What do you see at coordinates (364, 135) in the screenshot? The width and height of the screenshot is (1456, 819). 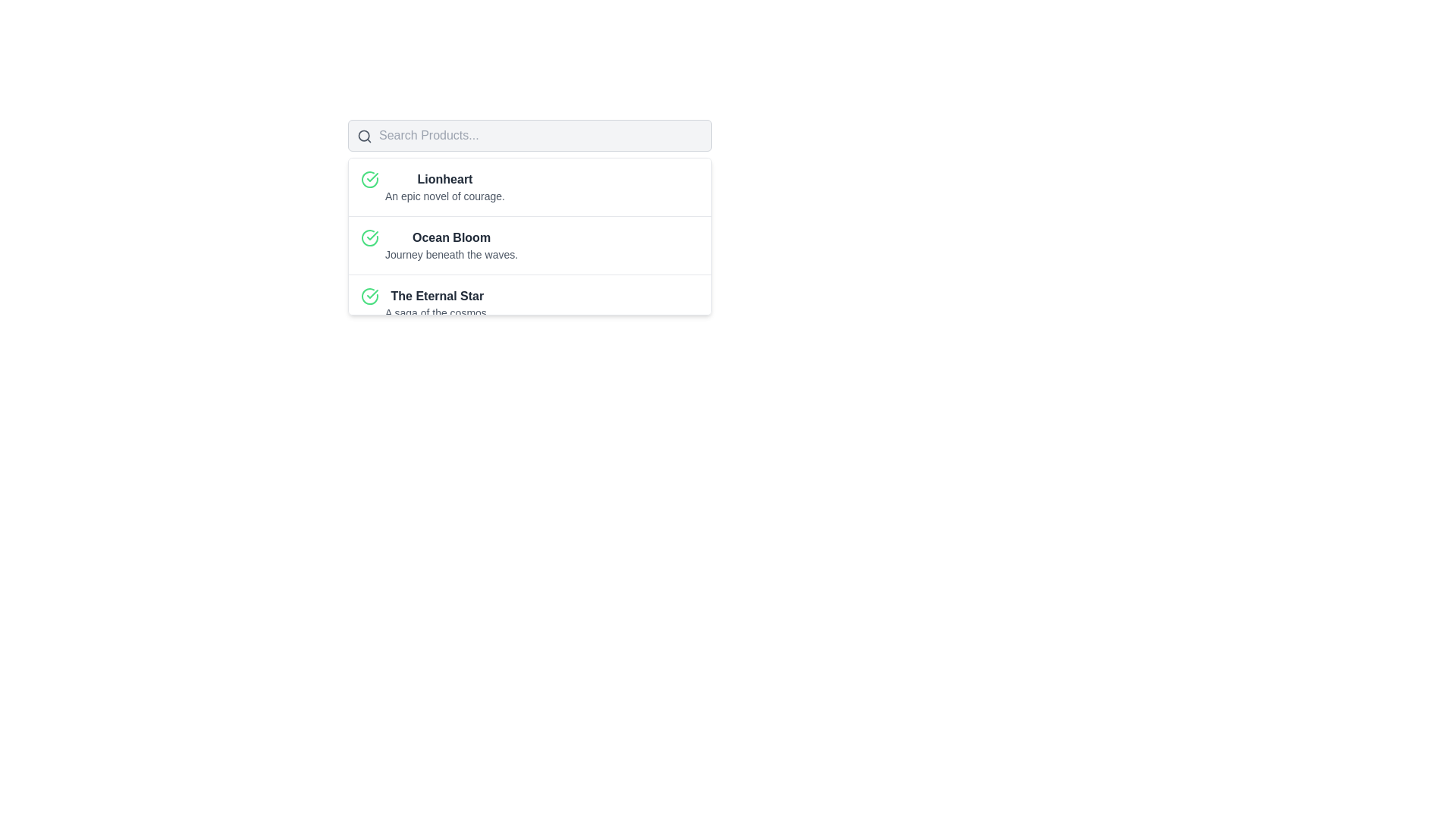 I see `the small circular element inside the magnifying glass icon located at the top-left corner of the search bar` at bounding box center [364, 135].